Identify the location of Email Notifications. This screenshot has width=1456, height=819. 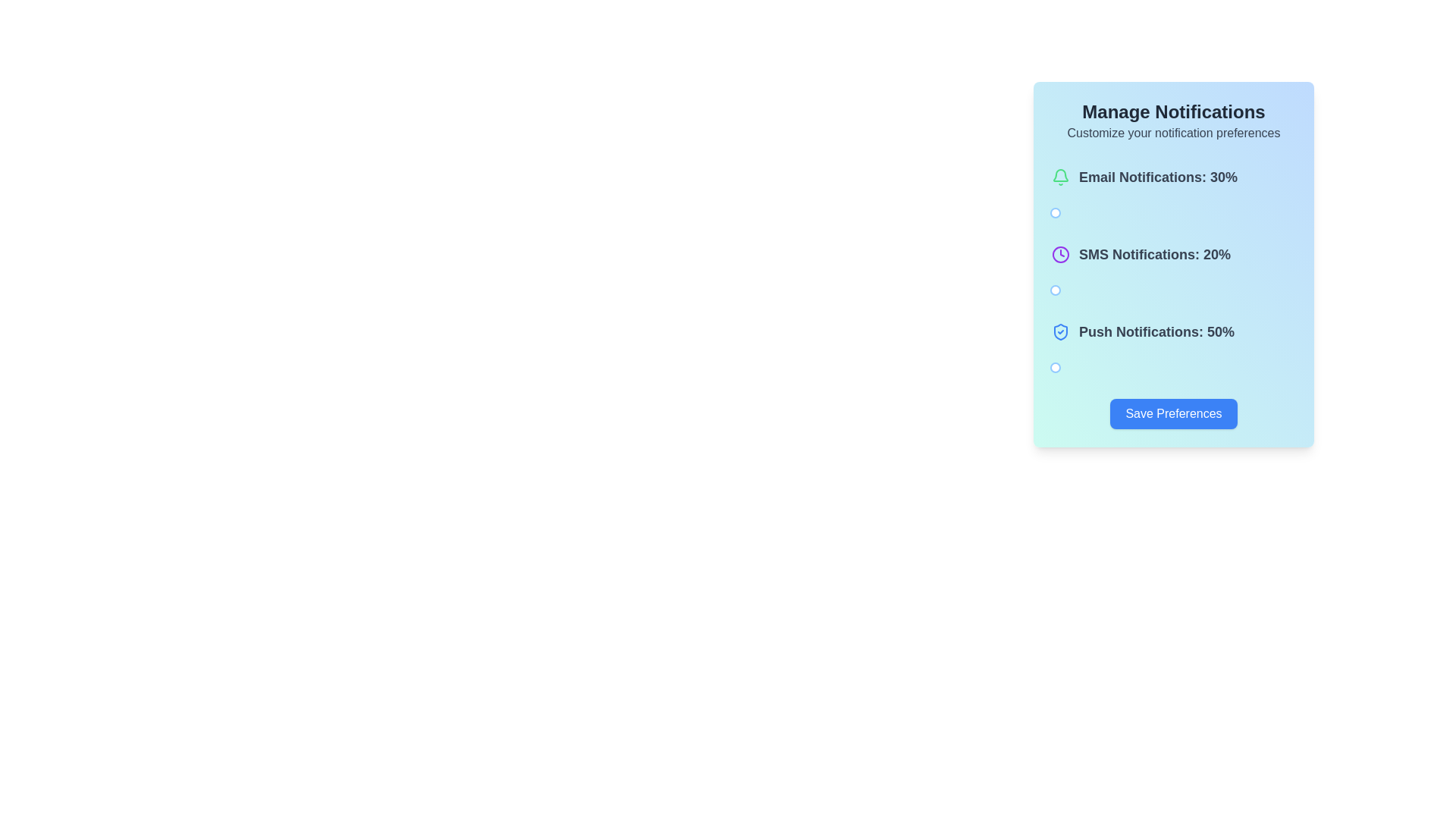
(1057, 213).